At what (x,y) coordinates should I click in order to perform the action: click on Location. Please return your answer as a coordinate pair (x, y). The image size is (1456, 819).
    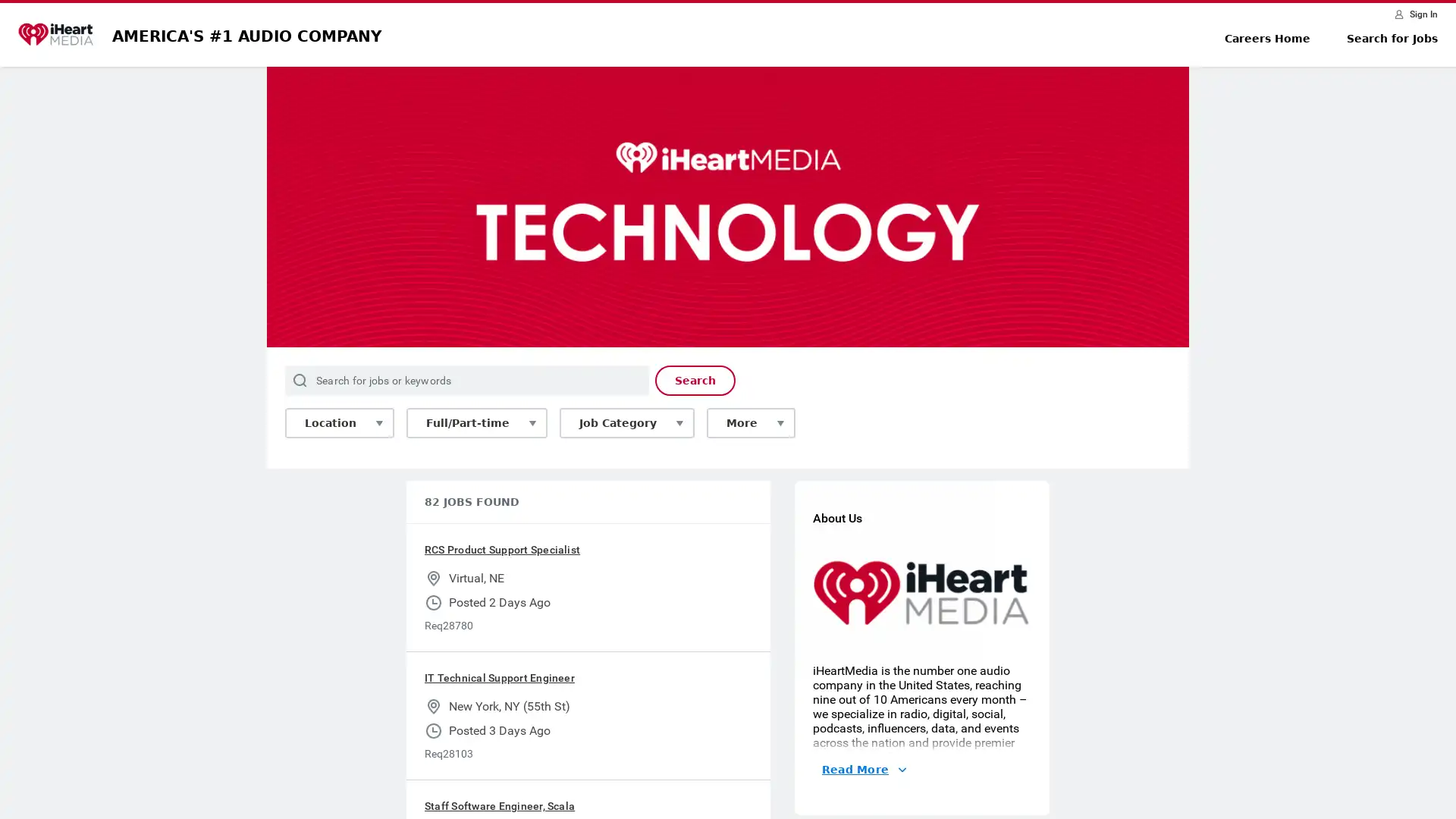
    Looking at the image, I should click on (334, 423).